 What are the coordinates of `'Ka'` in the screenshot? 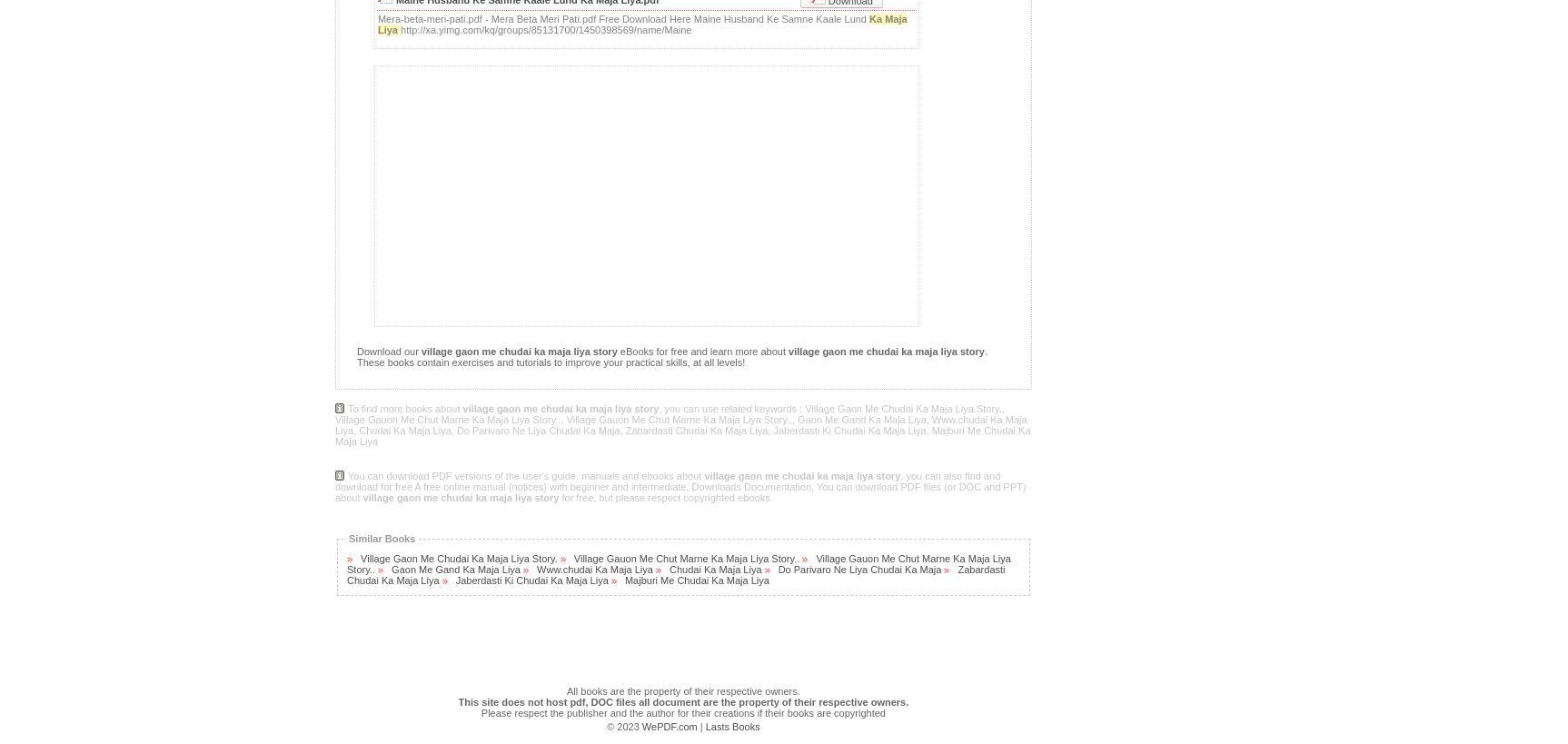 It's located at (876, 17).